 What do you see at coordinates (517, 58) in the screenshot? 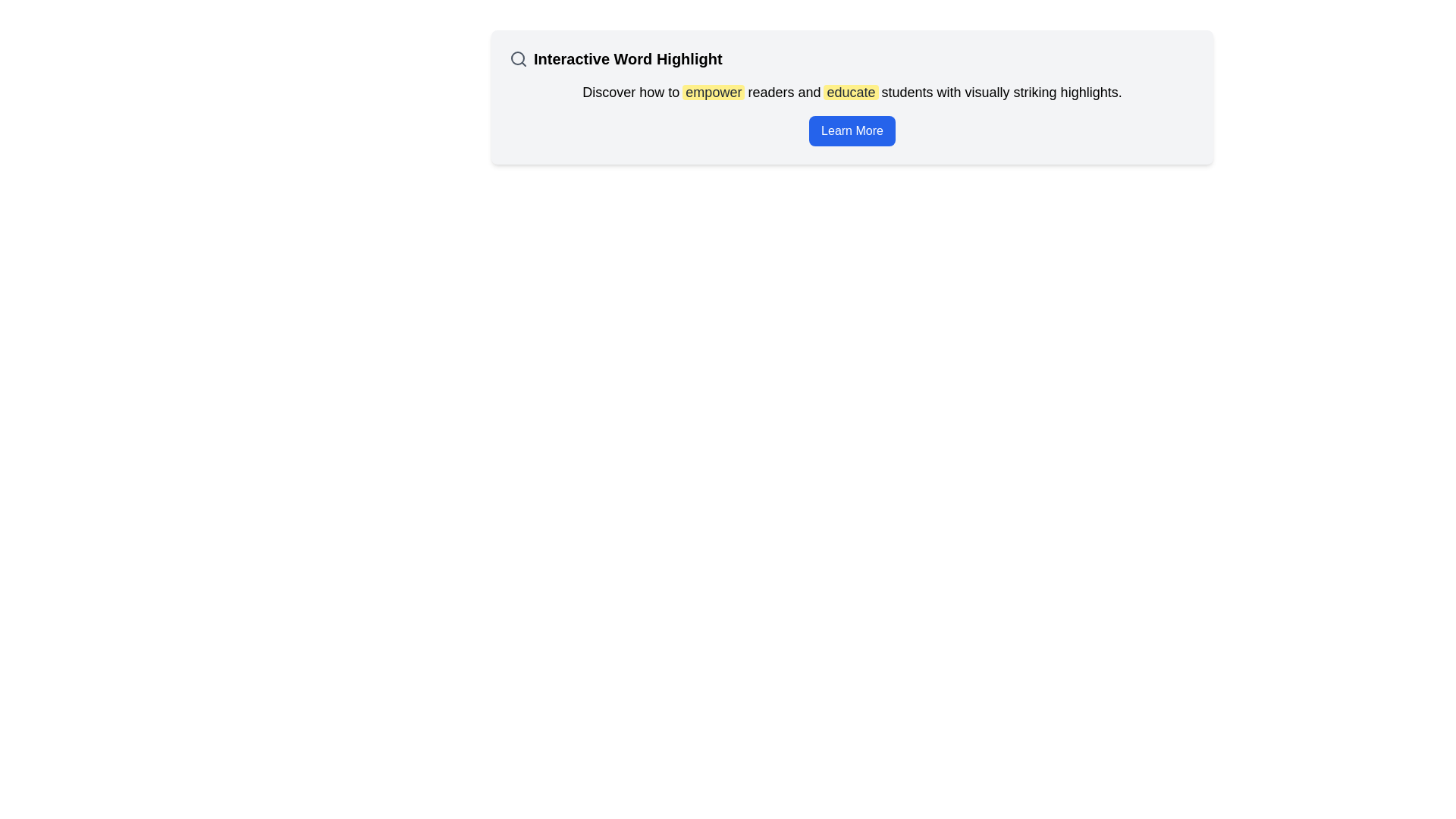
I see `the SVG circle element located at the top-left corner of the SVG component within the section labeled 'Interactive Word Highlight'` at bounding box center [517, 58].